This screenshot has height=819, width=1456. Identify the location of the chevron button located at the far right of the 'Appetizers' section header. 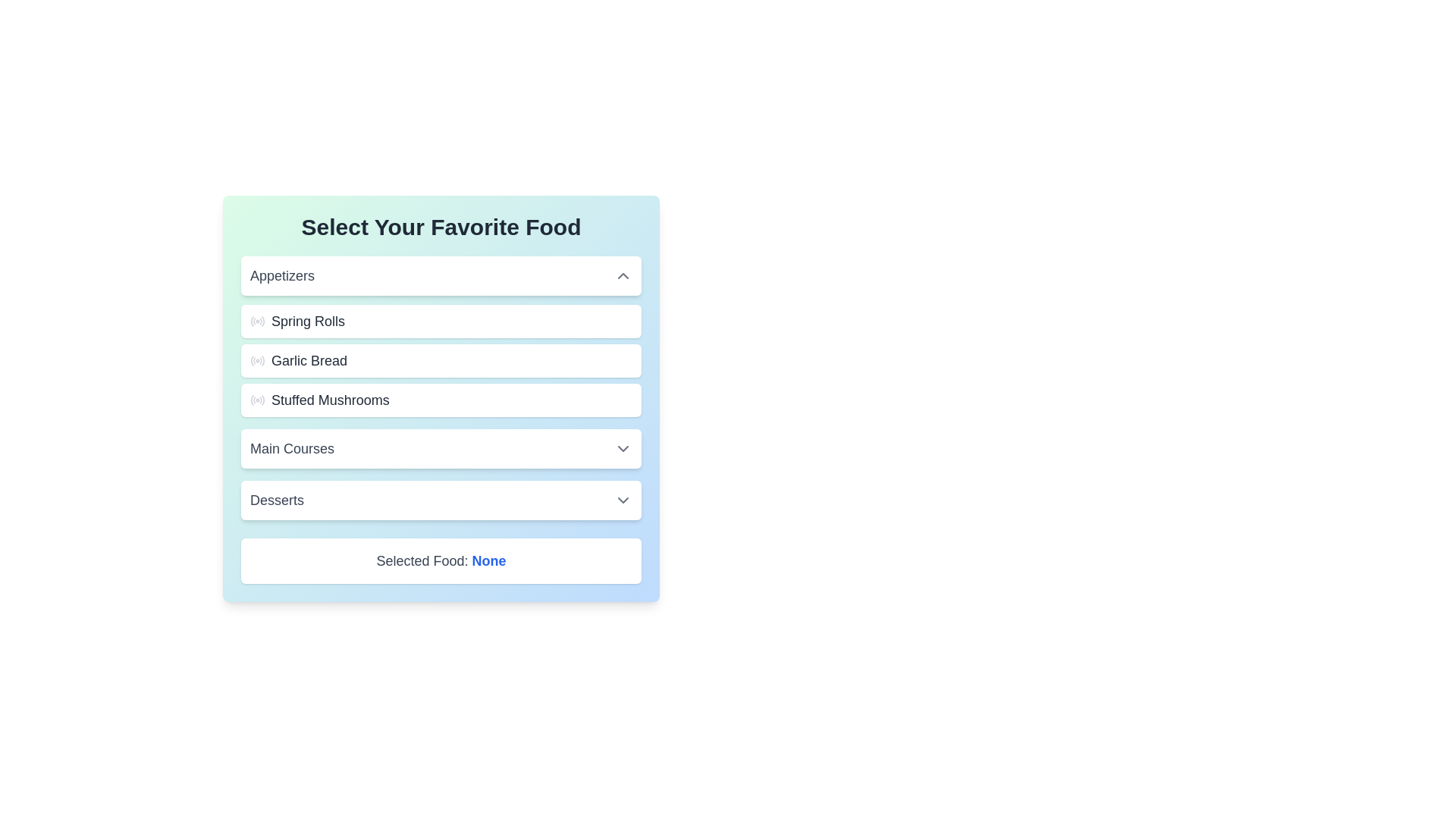
(623, 275).